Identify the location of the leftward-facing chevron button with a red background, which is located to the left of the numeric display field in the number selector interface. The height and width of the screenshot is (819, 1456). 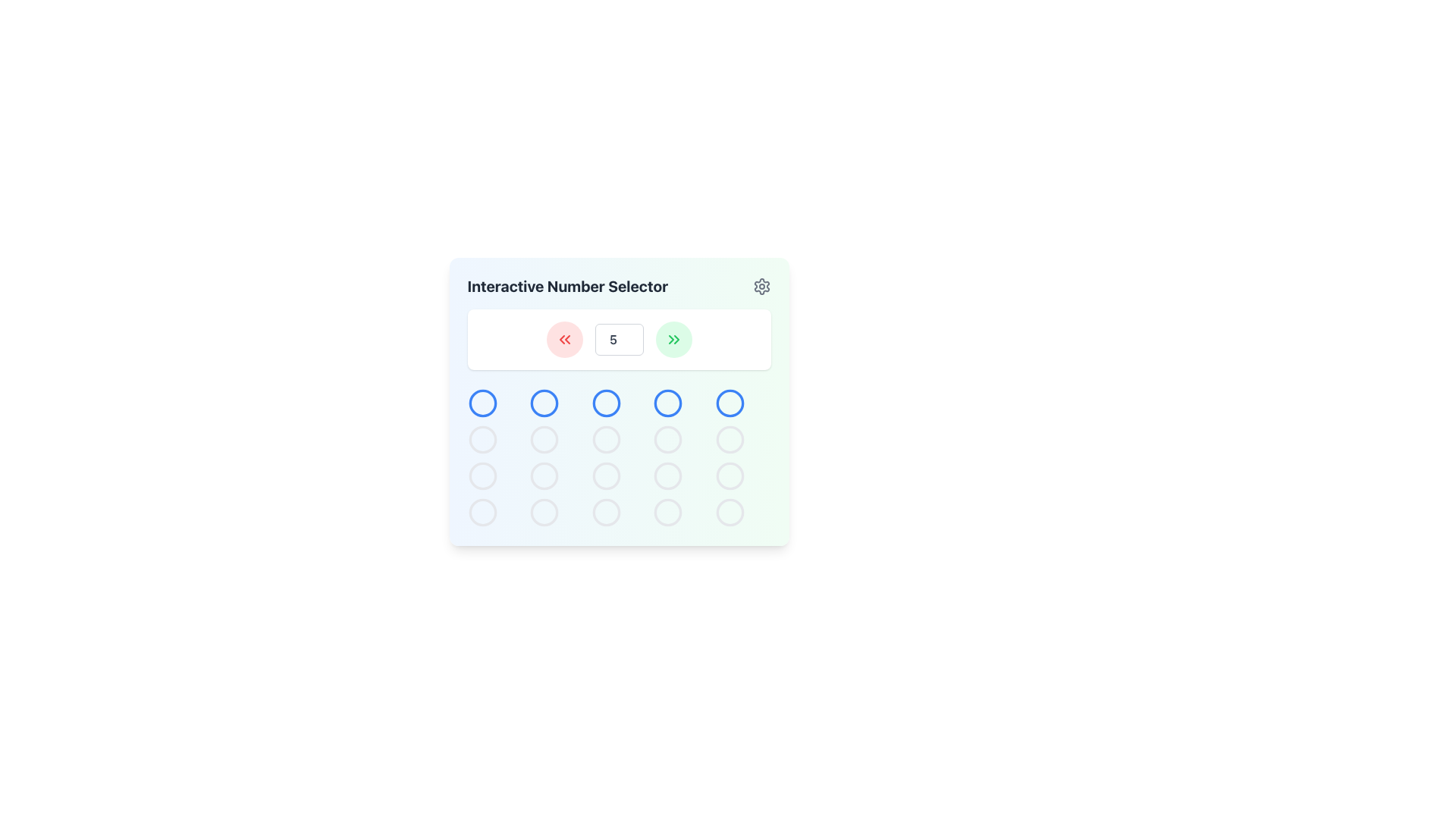
(560, 338).